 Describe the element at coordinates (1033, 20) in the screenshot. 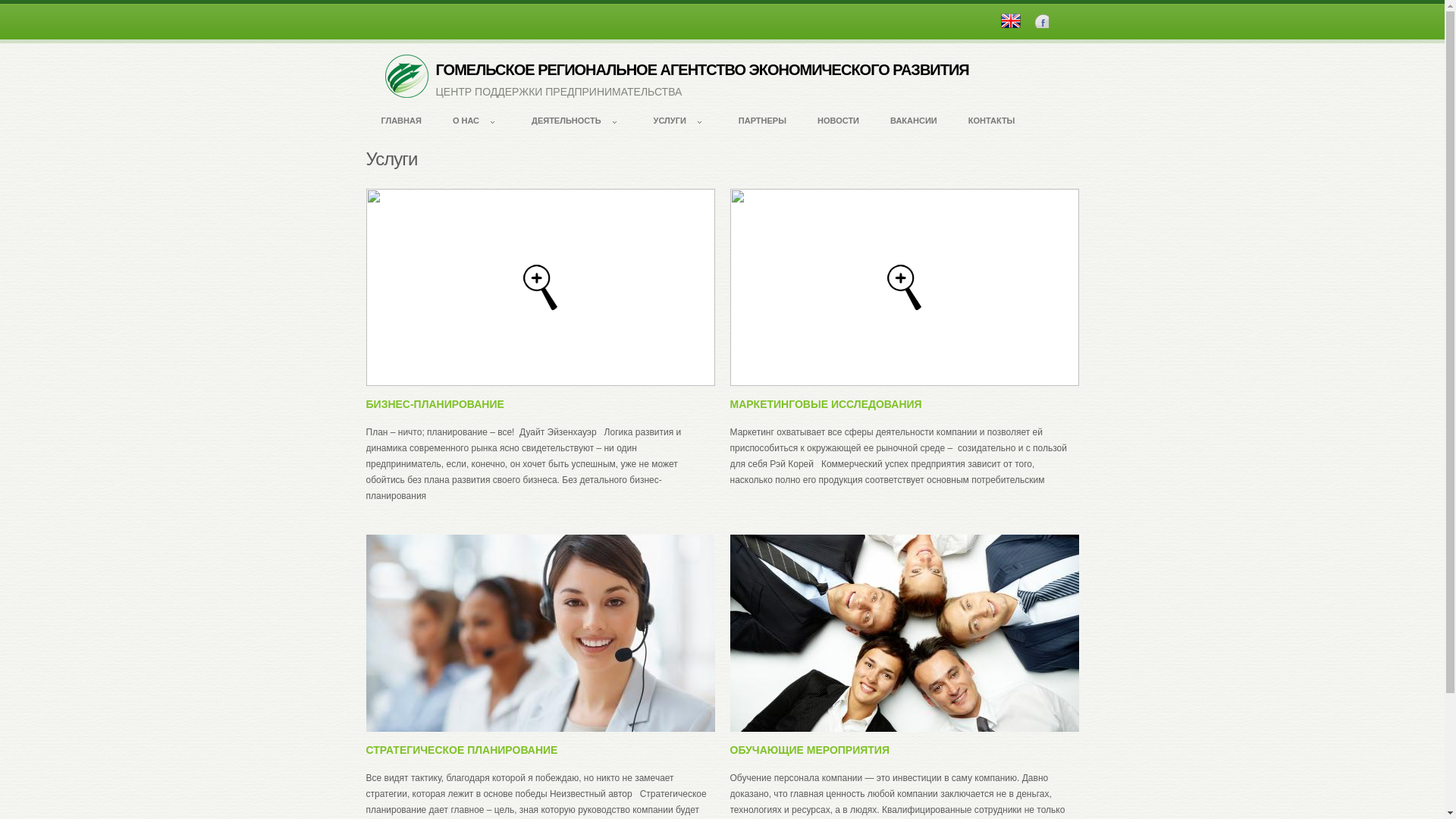

I see `'Facebook'` at that location.